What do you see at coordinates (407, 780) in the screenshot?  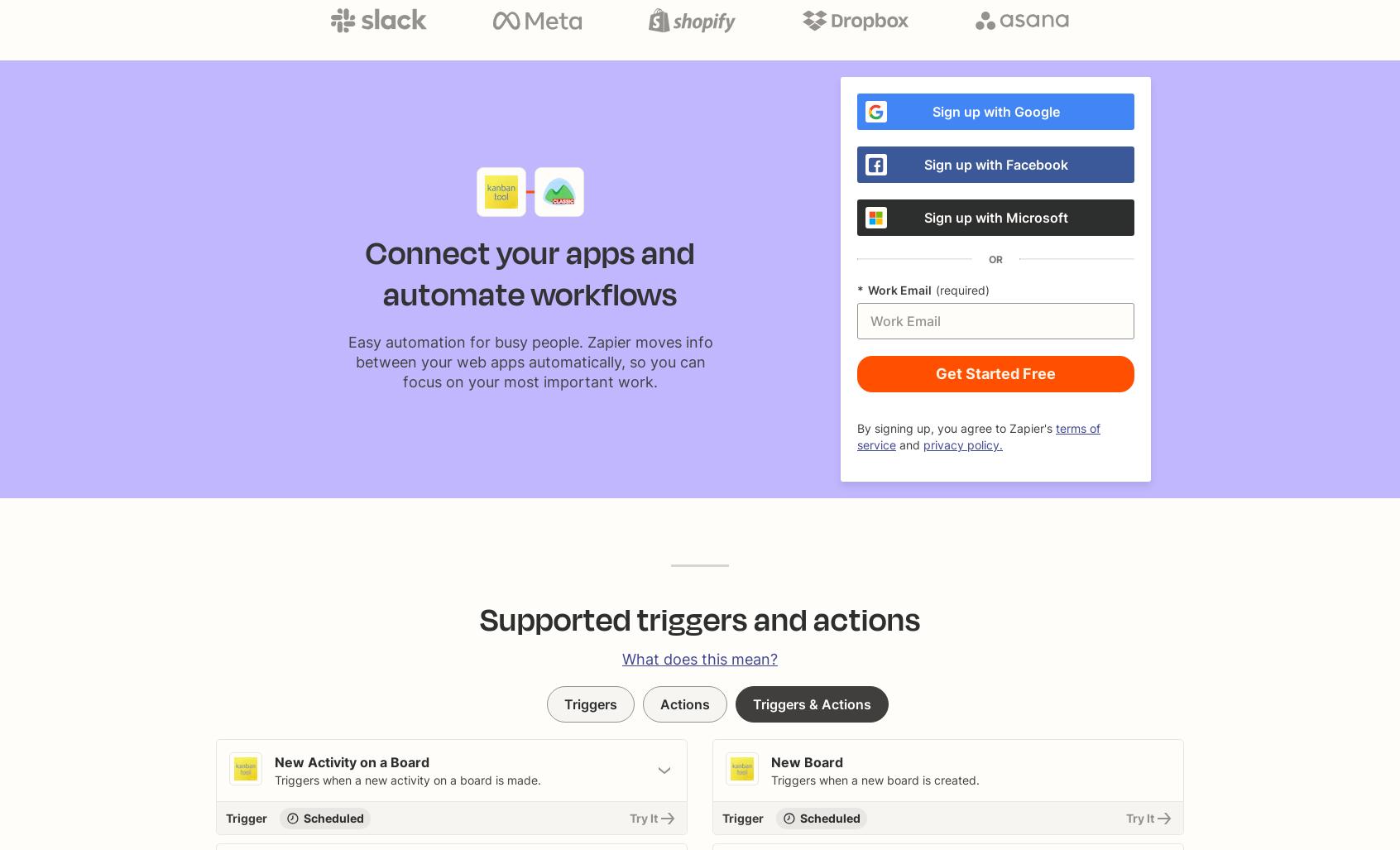 I see `'Triggers when a new activity on a board is made.'` at bounding box center [407, 780].